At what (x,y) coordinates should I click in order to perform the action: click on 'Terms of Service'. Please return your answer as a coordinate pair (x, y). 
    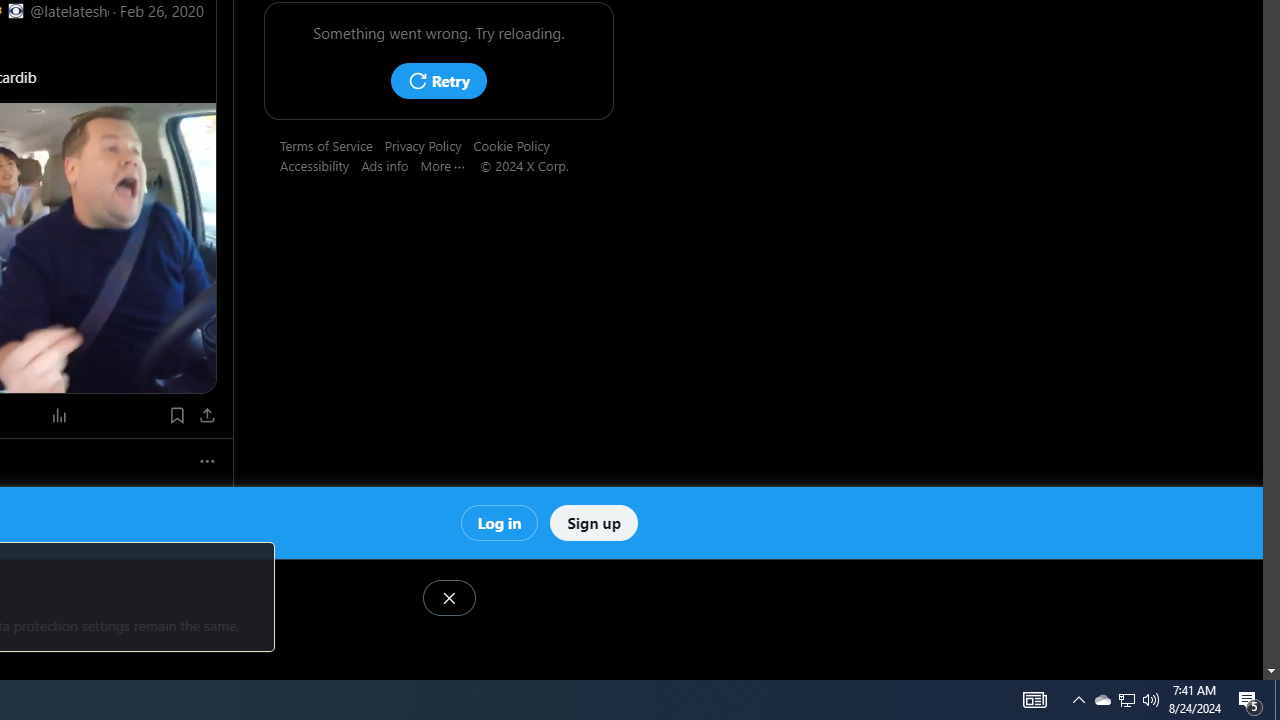
    Looking at the image, I should click on (332, 144).